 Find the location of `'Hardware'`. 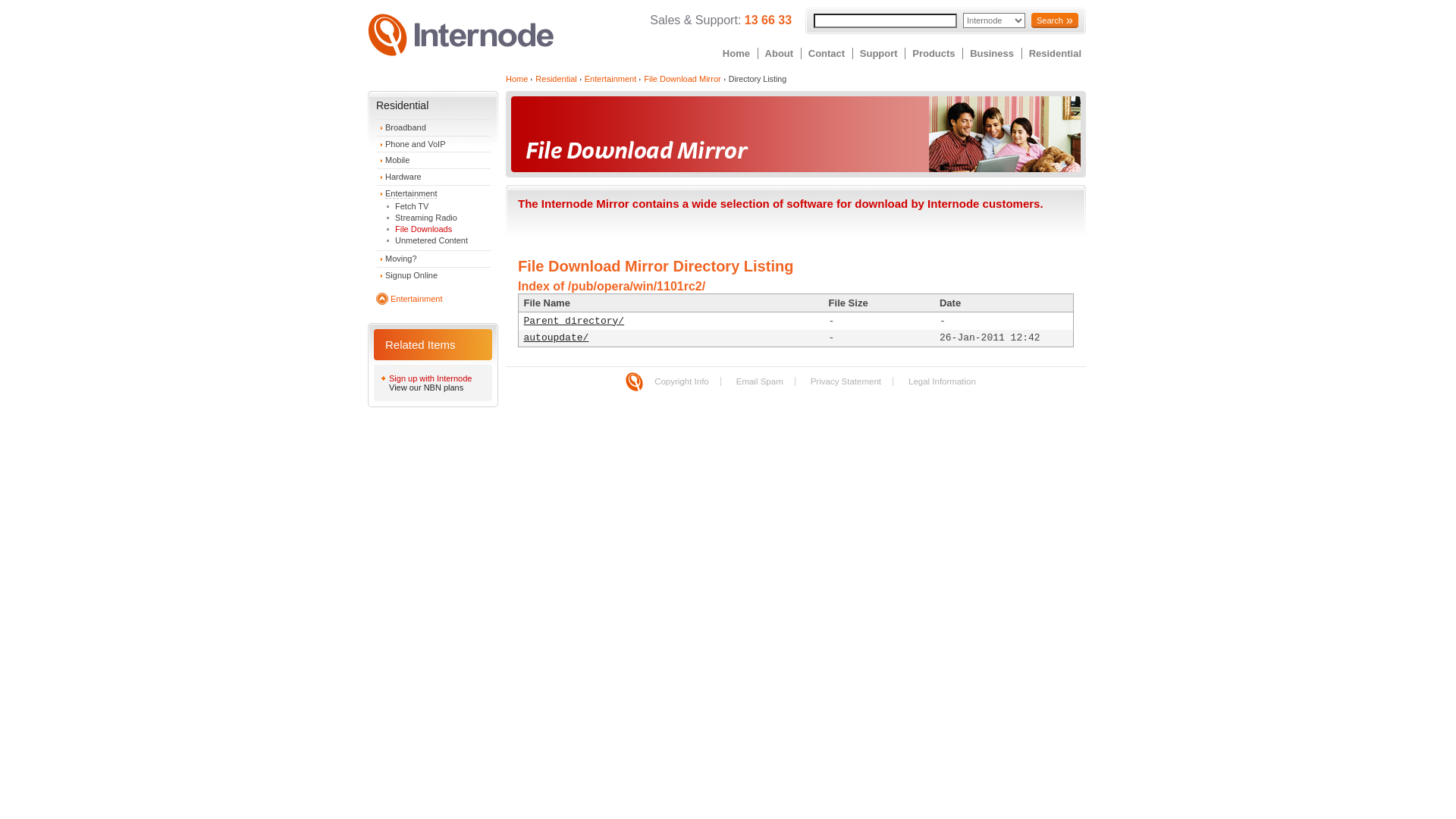

'Hardware' is located at coordinates (403, 175).